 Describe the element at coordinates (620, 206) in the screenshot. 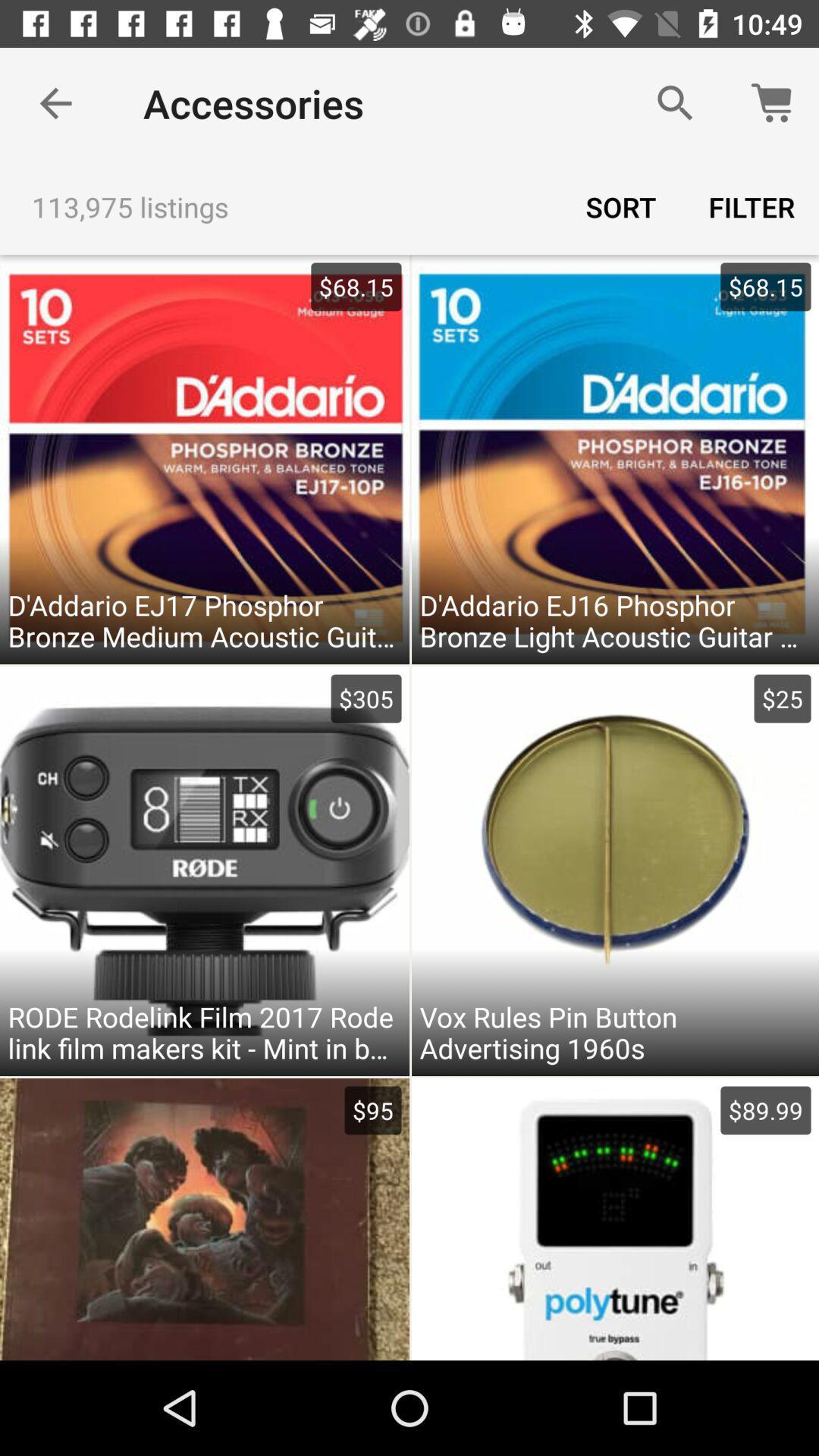

I see `the sort` at that location.